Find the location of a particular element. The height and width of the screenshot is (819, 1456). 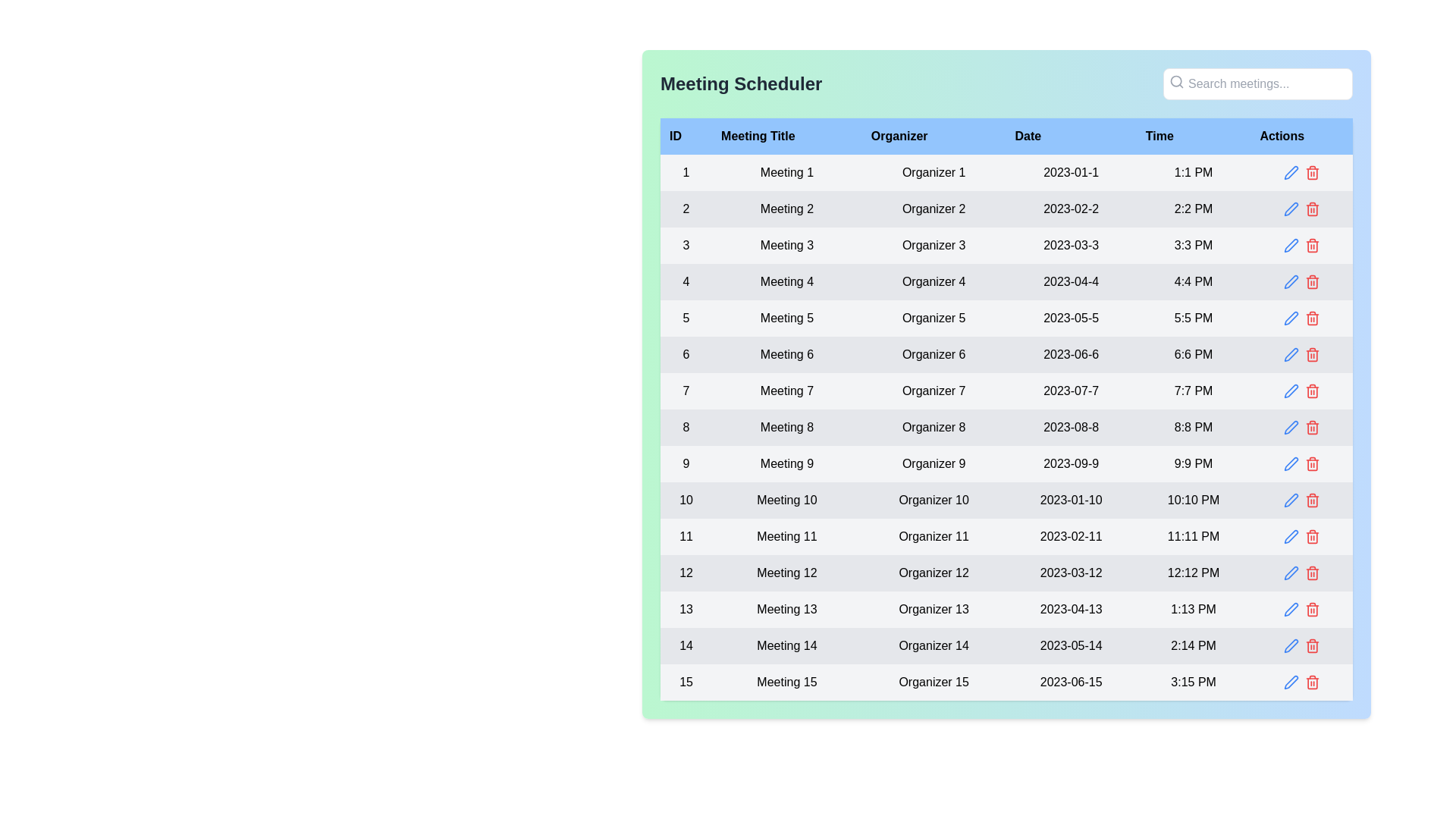

the red delete icon (trash can) within the Group of interactive links for the meeting entry titled 'Meeting 2' scheduled for '2023-02-22, 2:2 PM' in the Actions column of the second row is located at coordinates (1301, 209).